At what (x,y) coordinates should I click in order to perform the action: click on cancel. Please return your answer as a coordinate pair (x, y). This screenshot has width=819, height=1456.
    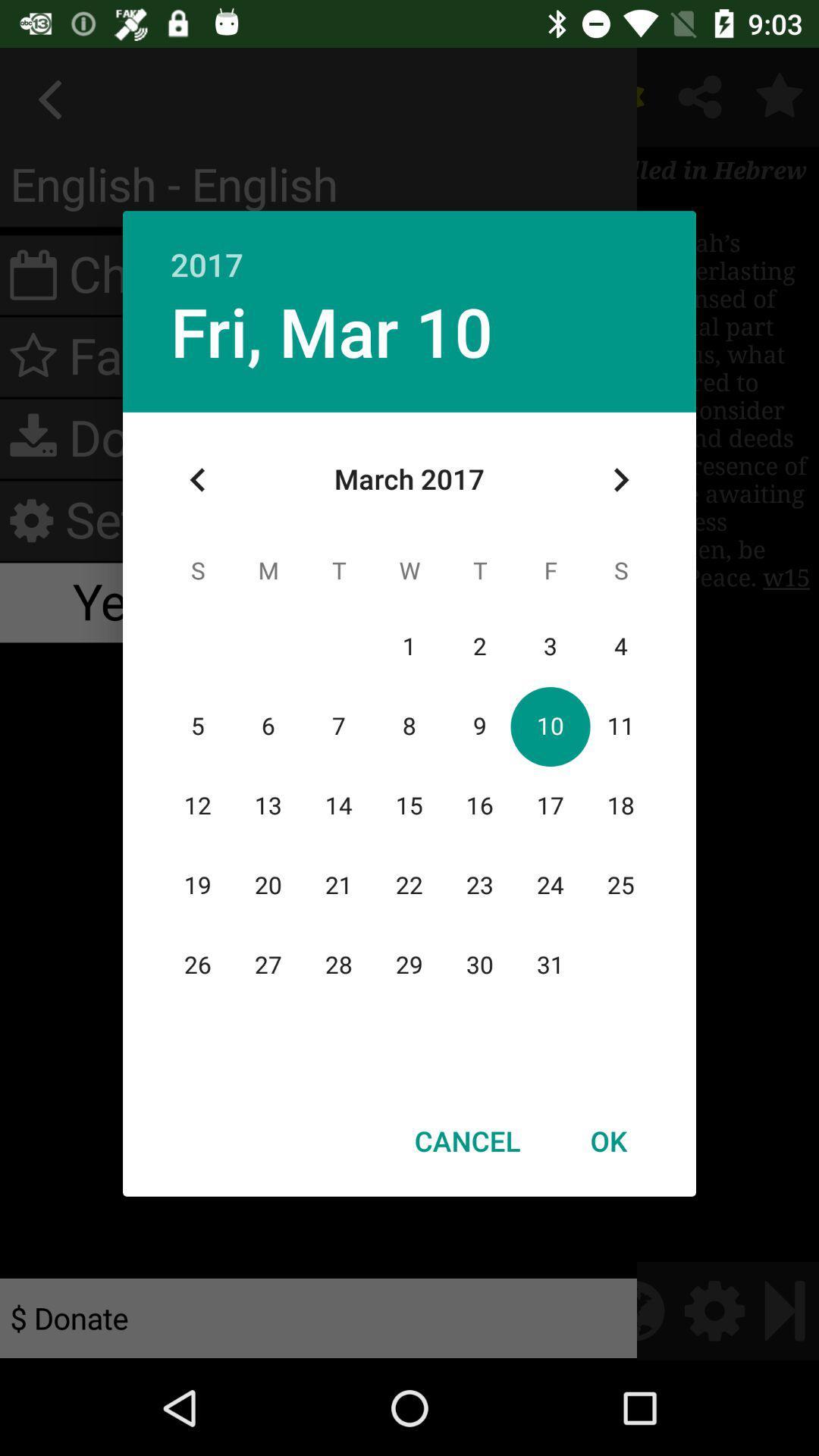
    Looking at the image, I should click on (466, 1141).